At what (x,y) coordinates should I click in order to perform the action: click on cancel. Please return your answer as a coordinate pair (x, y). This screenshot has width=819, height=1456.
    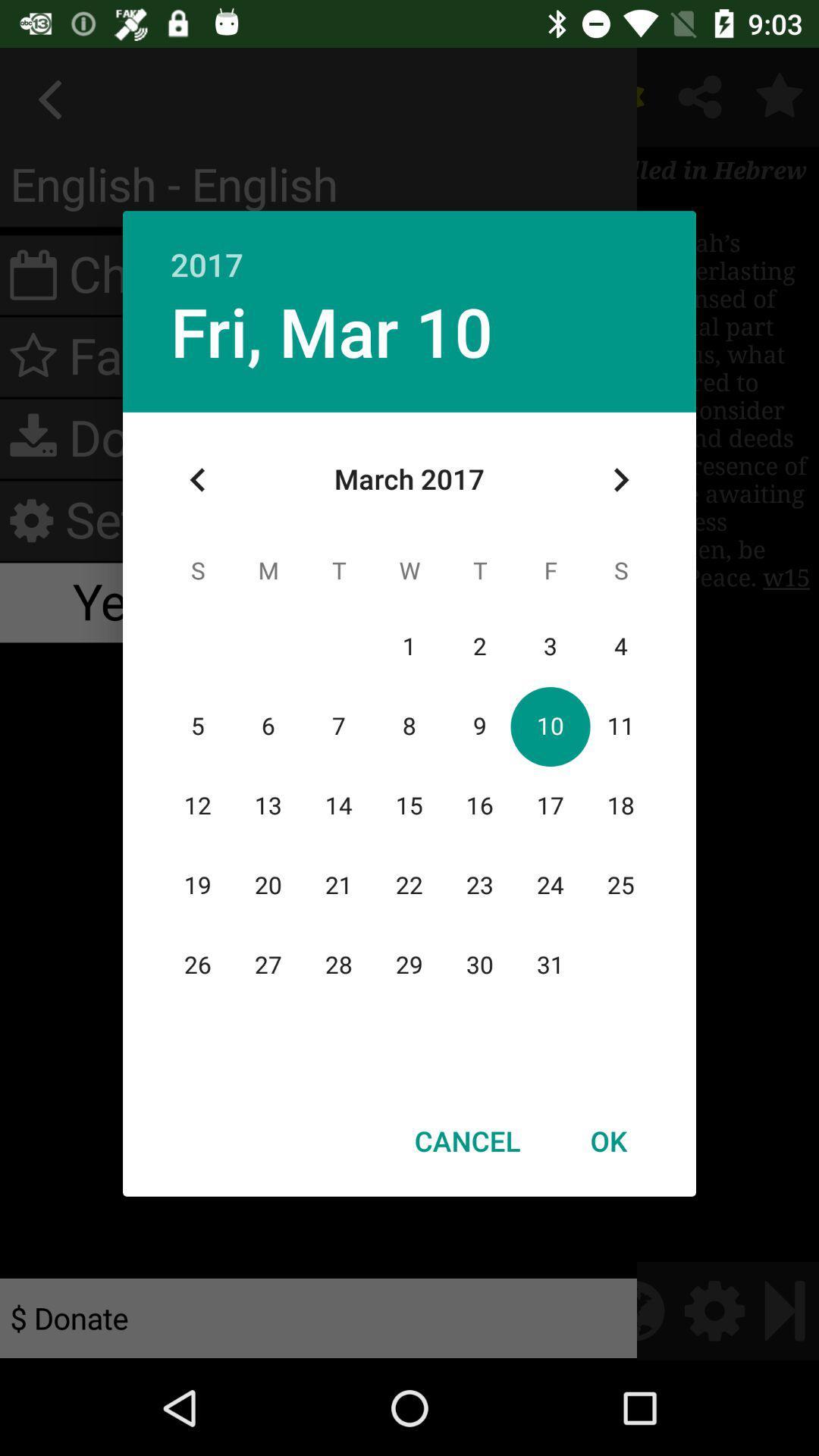
    Looking at the image, I should click on (466, 1141).